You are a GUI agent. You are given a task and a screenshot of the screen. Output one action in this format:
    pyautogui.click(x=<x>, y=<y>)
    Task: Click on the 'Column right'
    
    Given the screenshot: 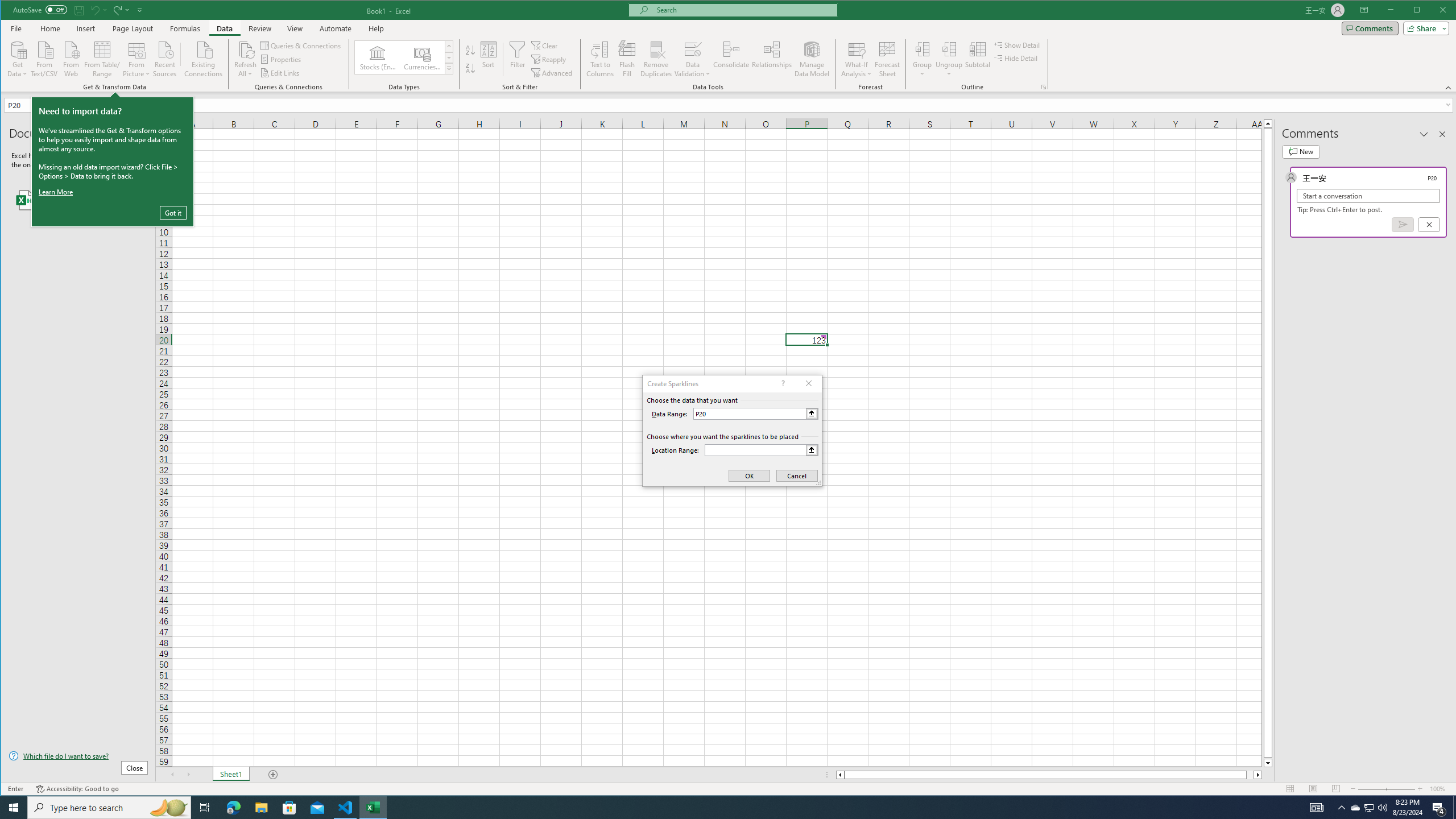 What is the action you would take?
    pyautogui.click(x=1259, y=775)
    